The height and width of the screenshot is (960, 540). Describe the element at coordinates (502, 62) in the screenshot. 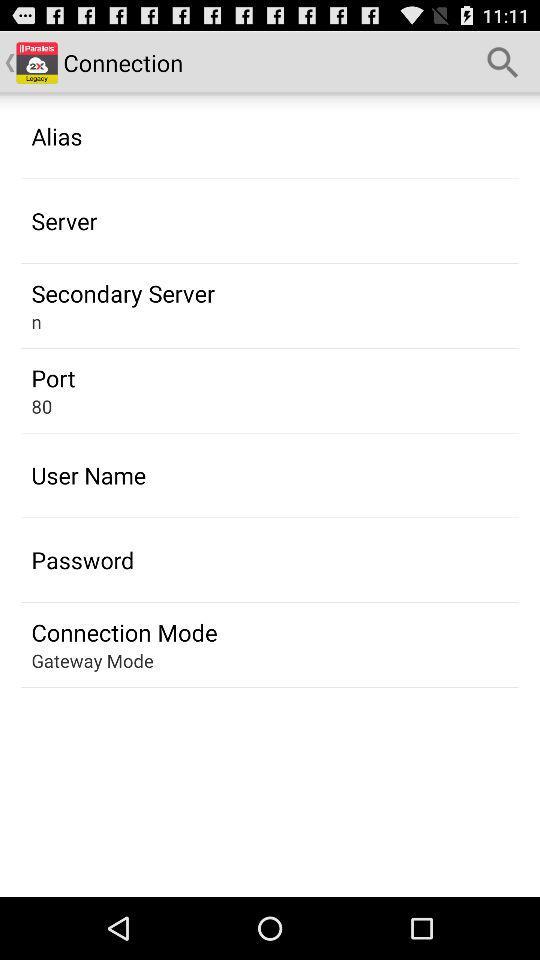

I see `app to the right of the connection icon` at that location.